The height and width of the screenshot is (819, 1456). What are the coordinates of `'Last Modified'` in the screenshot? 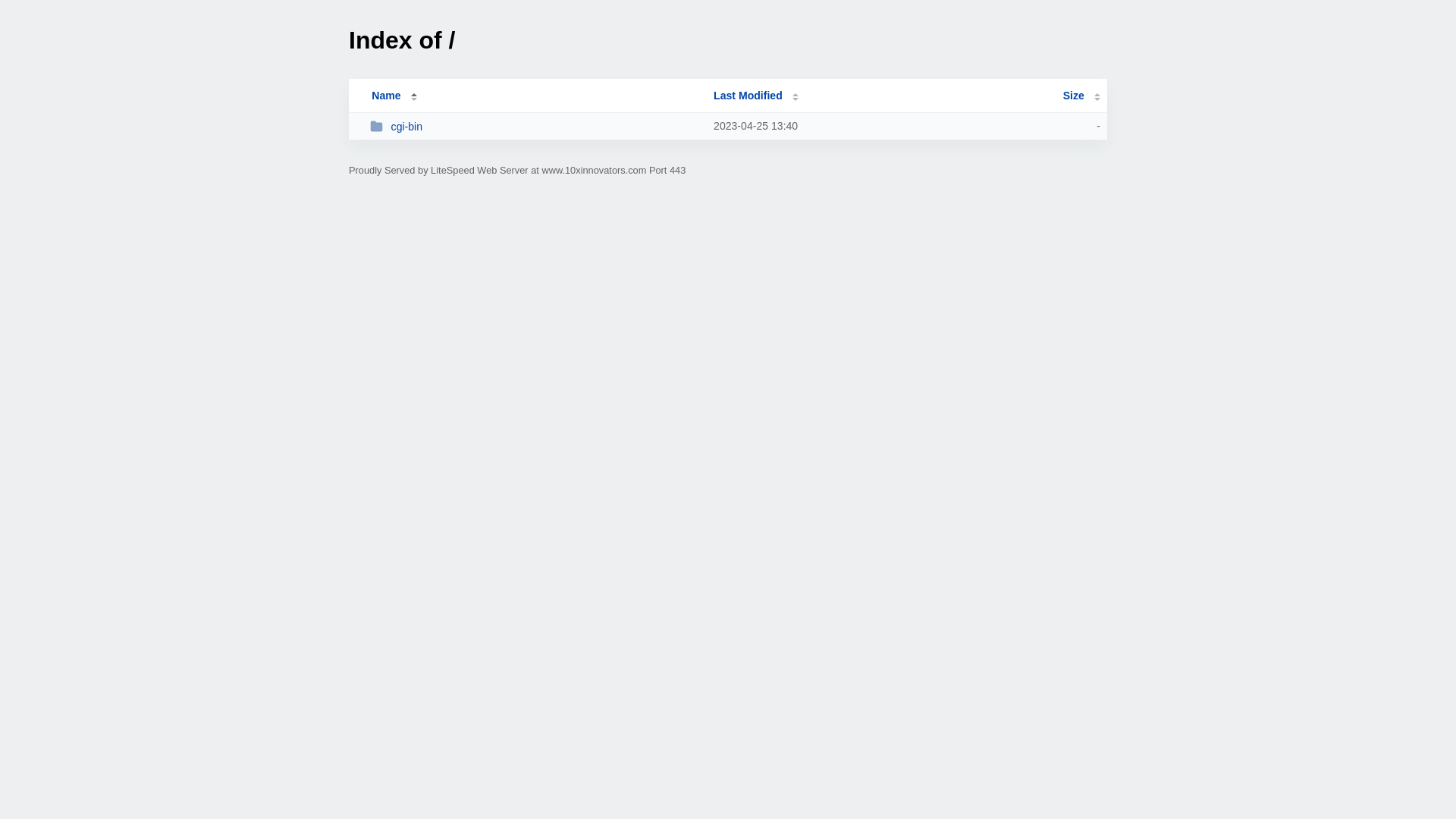 It's located at (712, 96).